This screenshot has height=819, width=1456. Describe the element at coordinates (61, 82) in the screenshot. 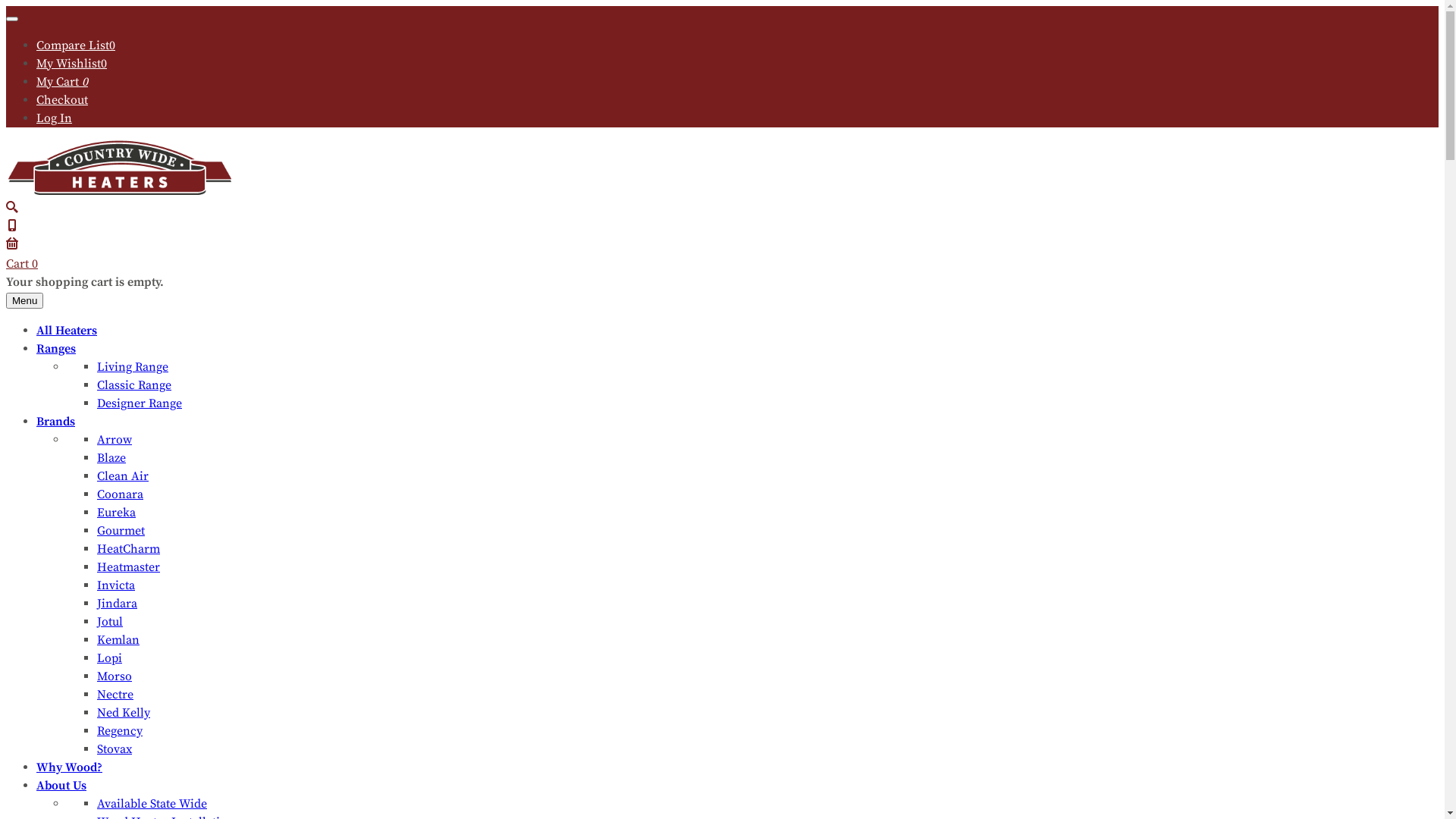

I see `'My Cart 0'` at that location.